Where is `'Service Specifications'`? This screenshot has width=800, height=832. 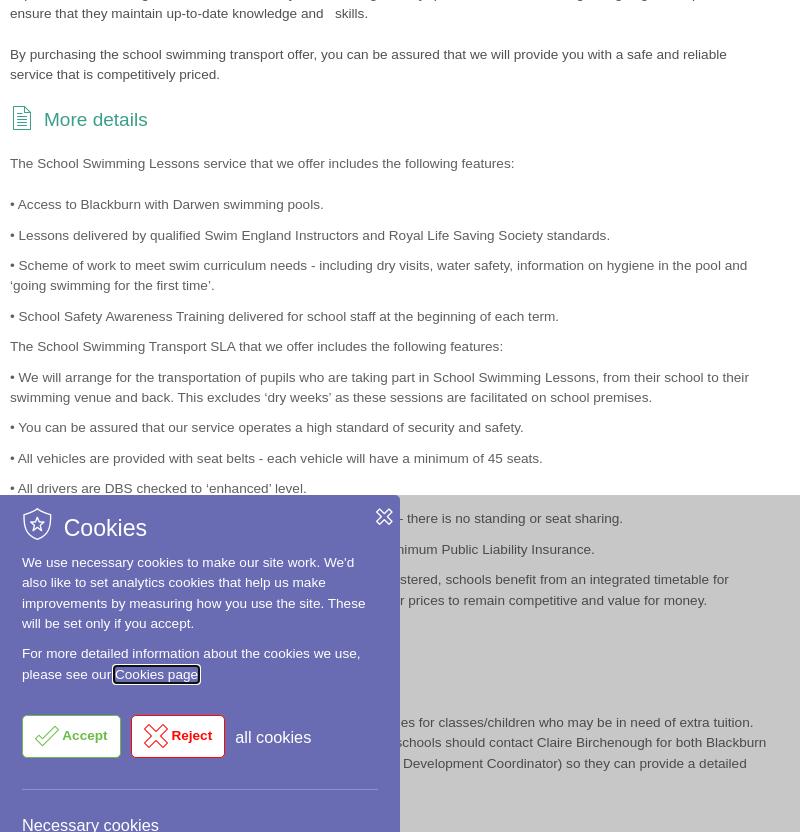
'Service Specifications' is located at coordinates (136, 432).